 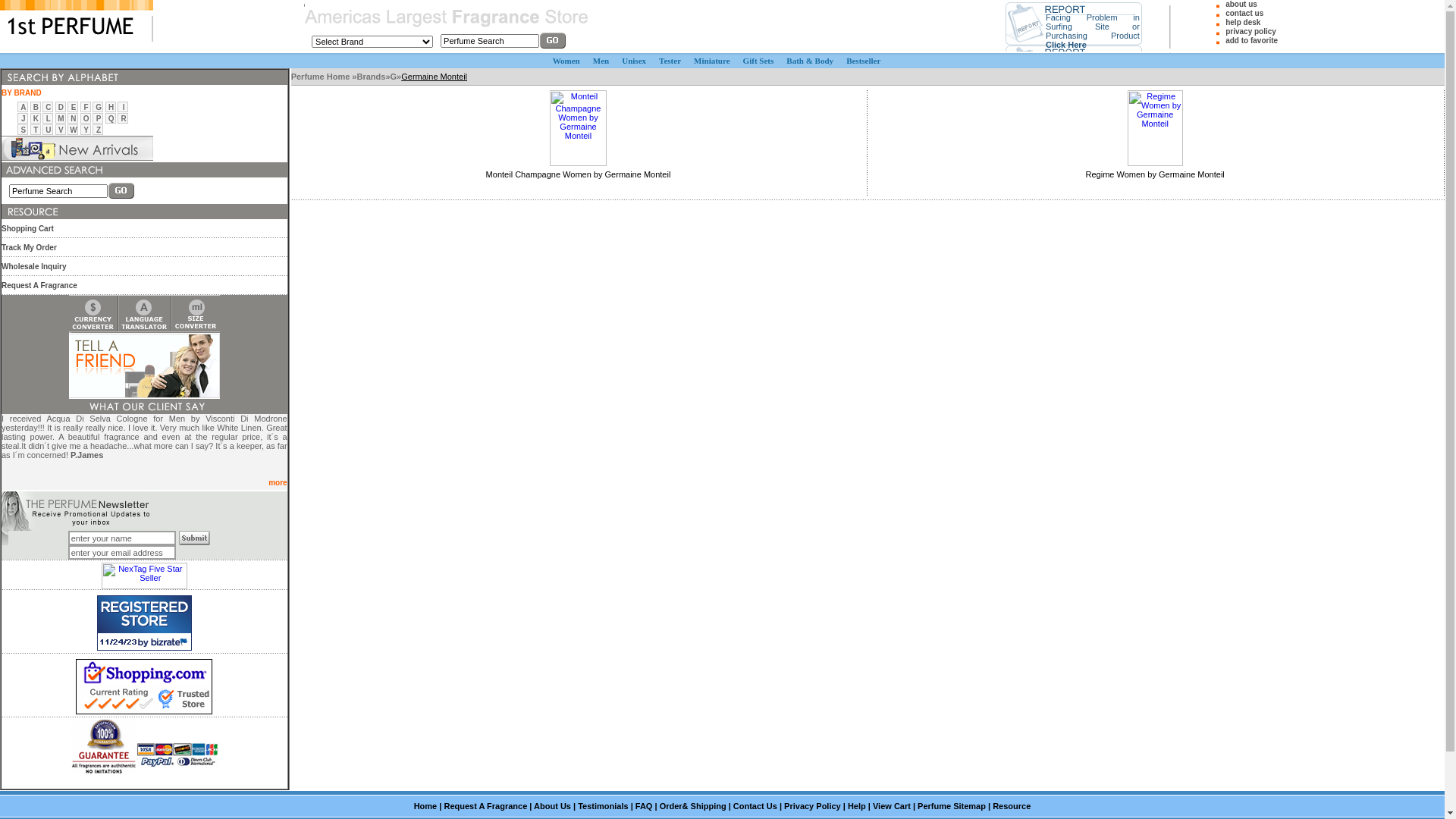 I want to click on 'Y', so click(x=85, y=129).